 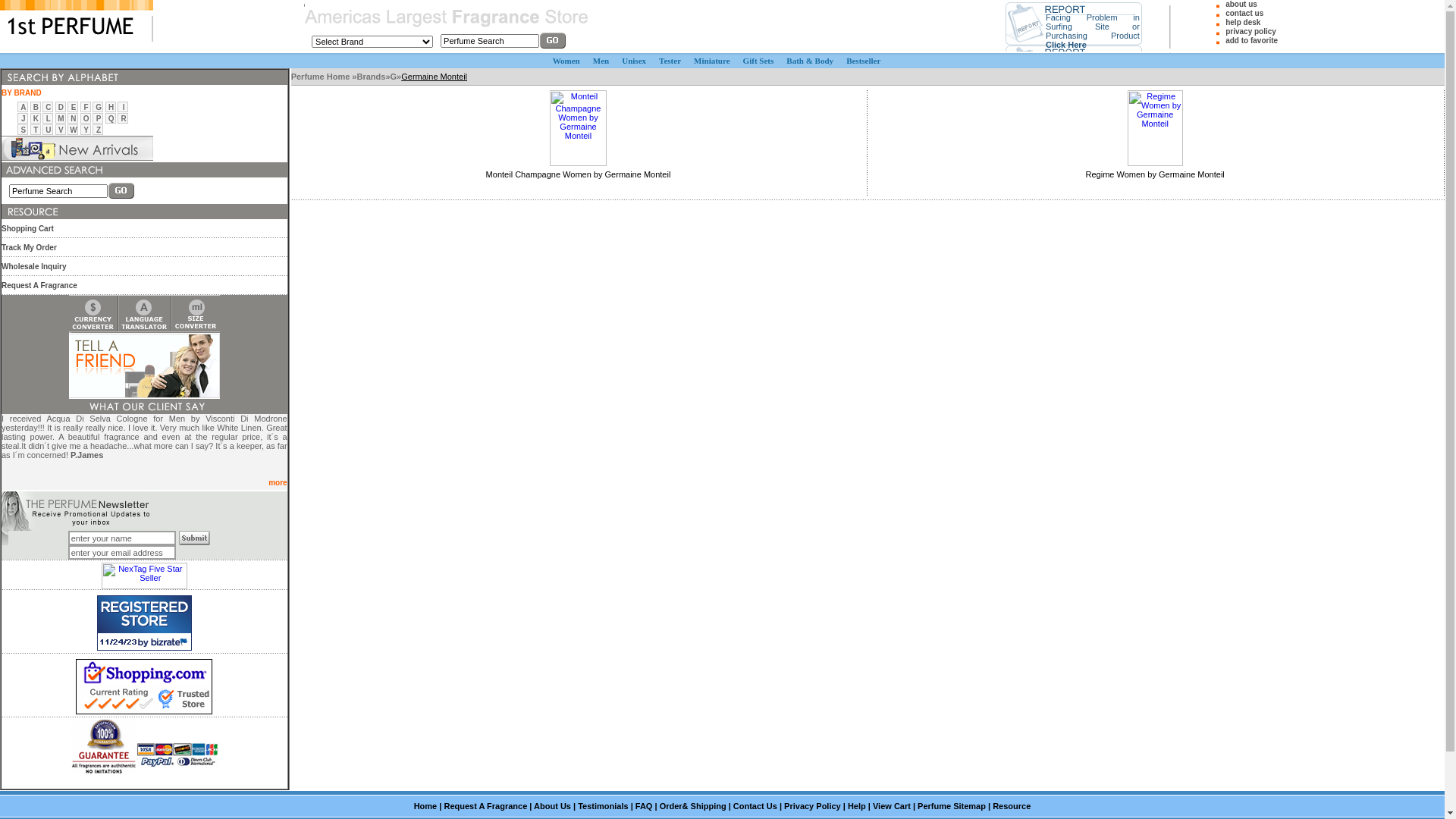 I want to click on 'Y', so click(x=85, y=129).